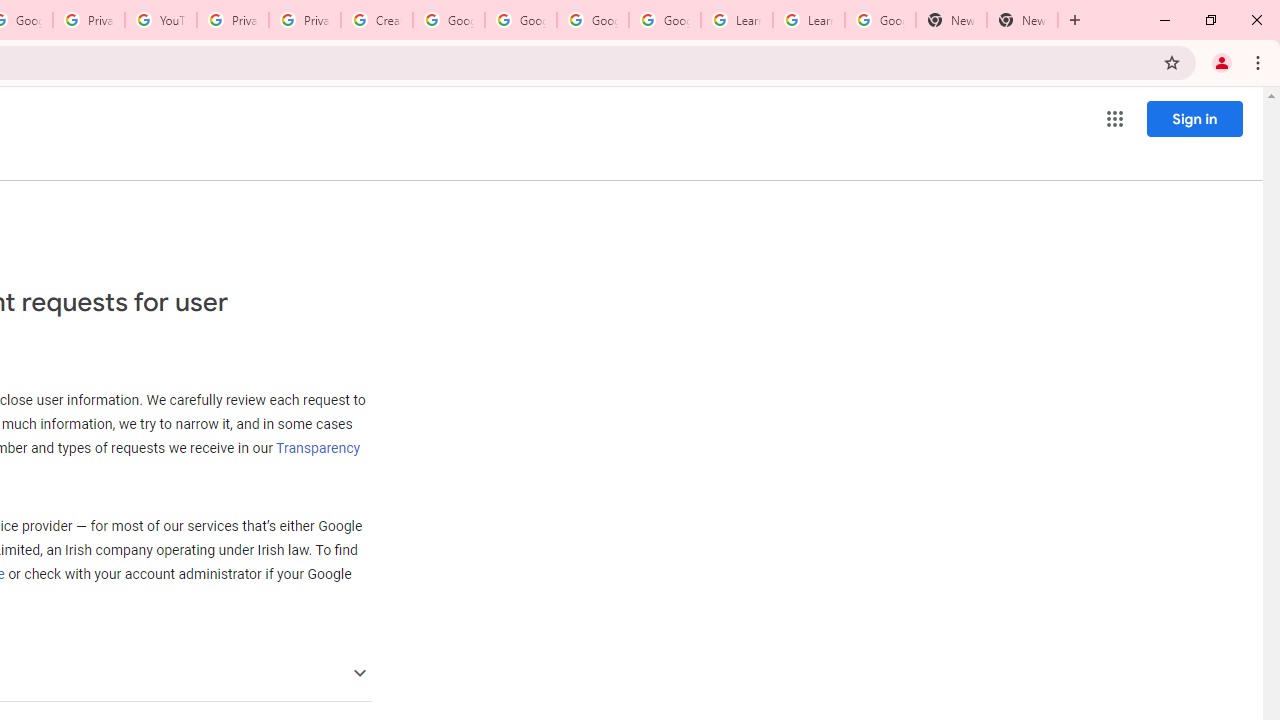 The width and height of the screenshot is (1280, 720). What do you see at coordinates (520, 20) in the screenshot?
I see `'Google Account Help'` at bounding box center [520, 20].